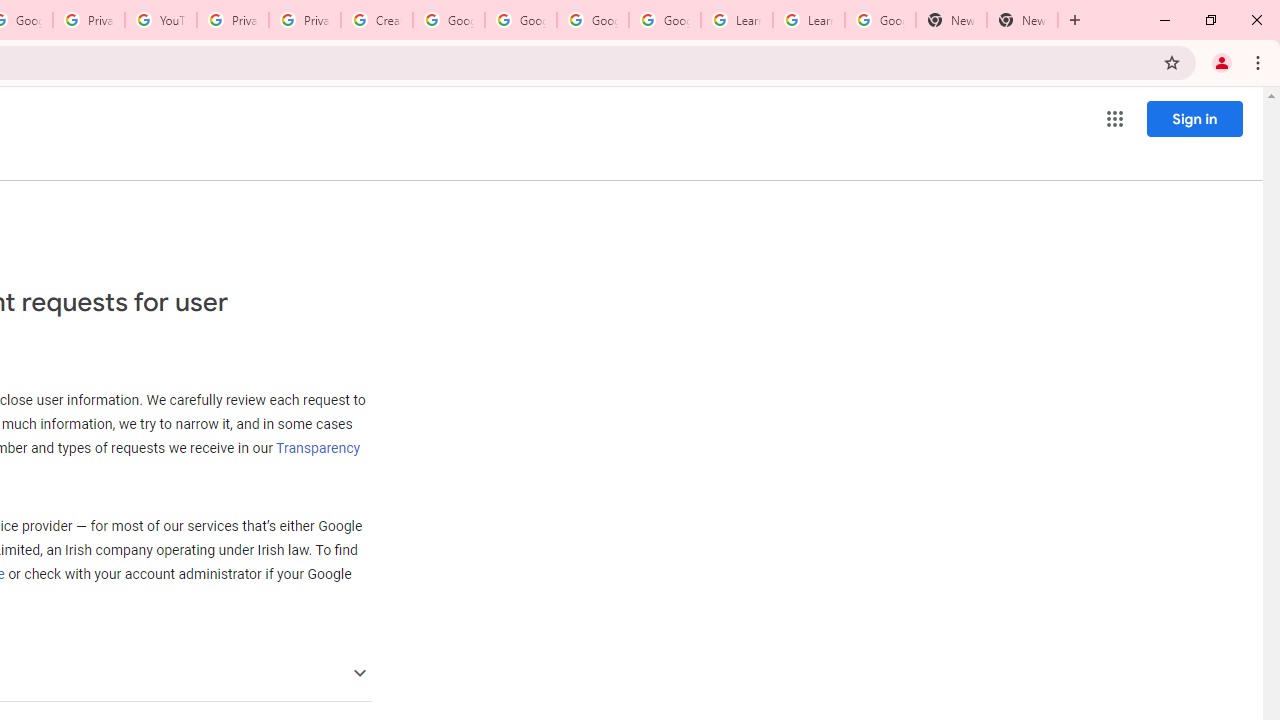 The width and height of the screenshot is (1280, 720). What do you see at coordinates (520, 20) in the screenshot?
I see `'Google Account Help'` at bounding box center [520, 20].